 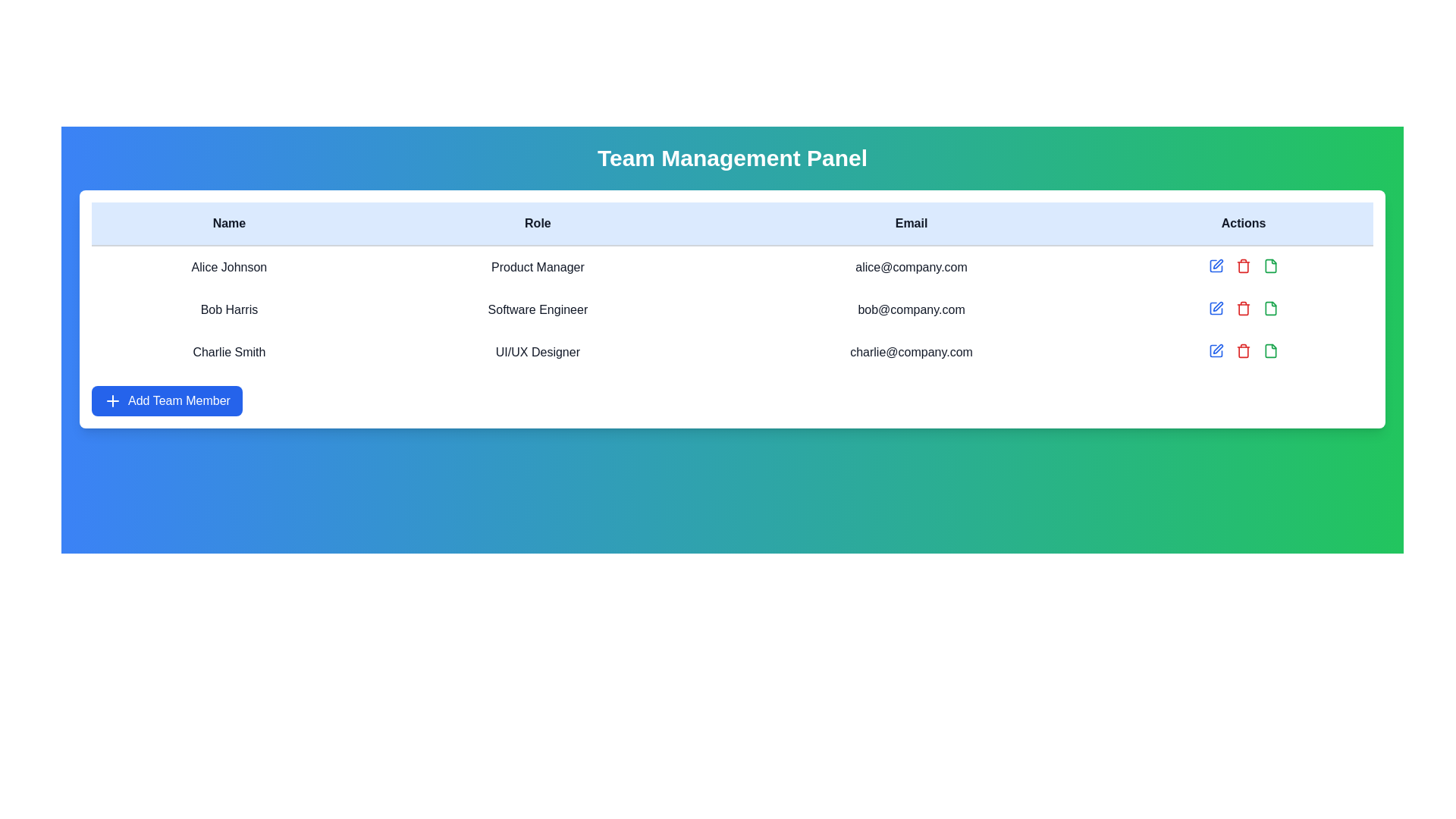 I want to click on the edit icon in the actions column for the row corresponding to 'Alice Johnson', so click(x=1216, y=265).